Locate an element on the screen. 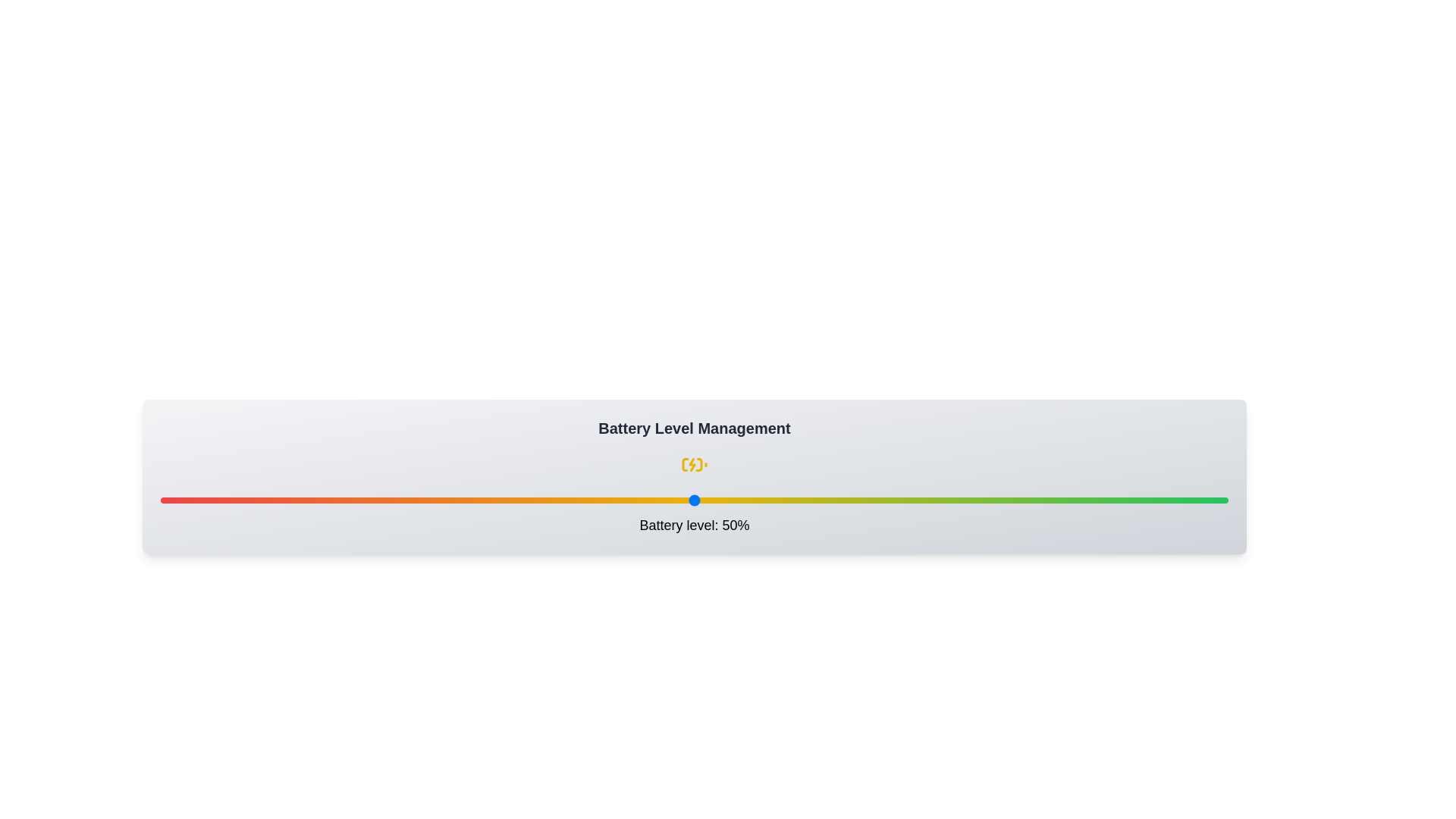 The height and width of the screenshot is (819, 1456). the battery level to 64% by interacting with the slider is located at coordinates (843, 500).